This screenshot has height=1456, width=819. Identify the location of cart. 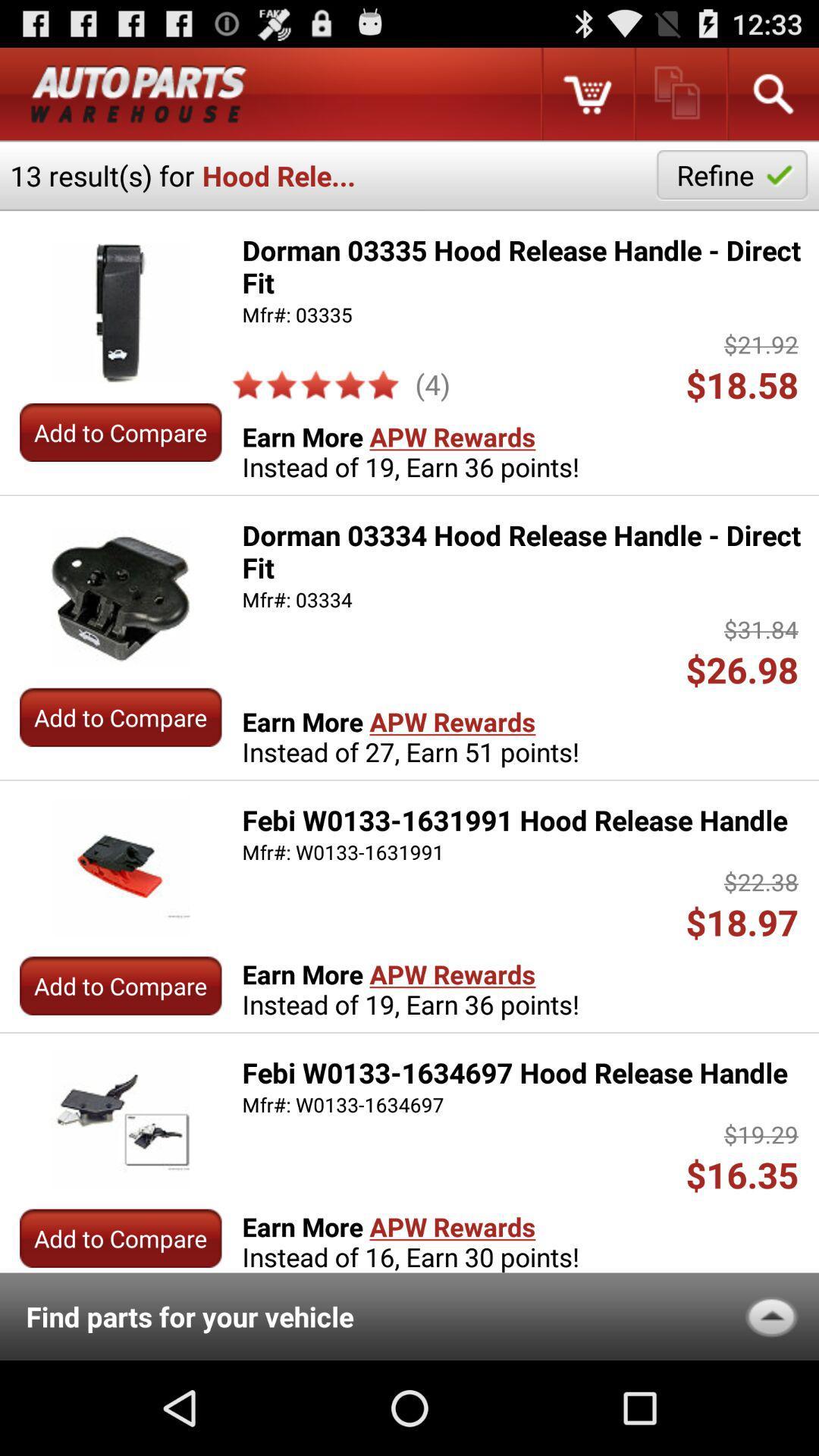
(586, 93).